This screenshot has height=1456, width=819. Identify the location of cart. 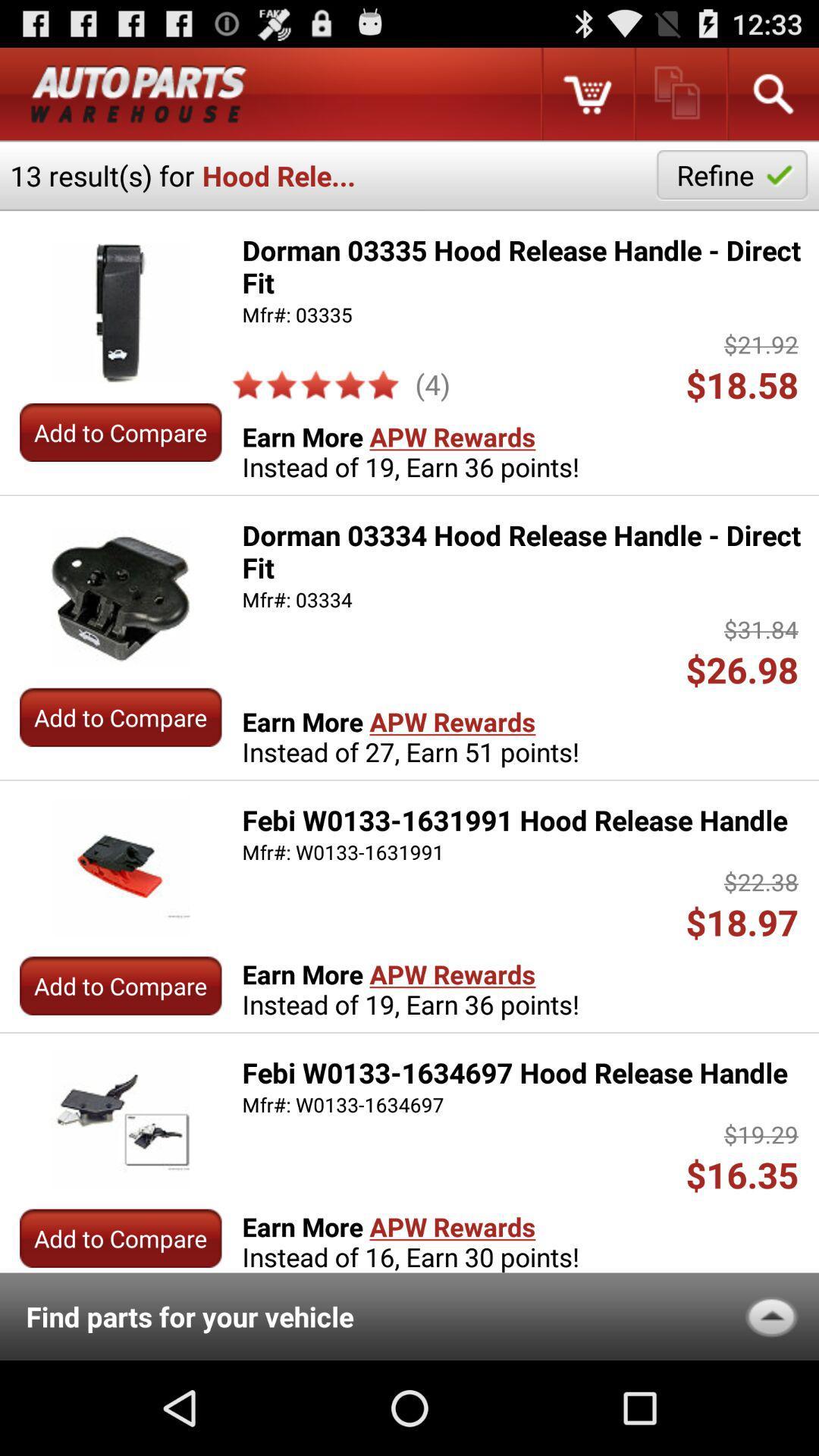
(586, 93).